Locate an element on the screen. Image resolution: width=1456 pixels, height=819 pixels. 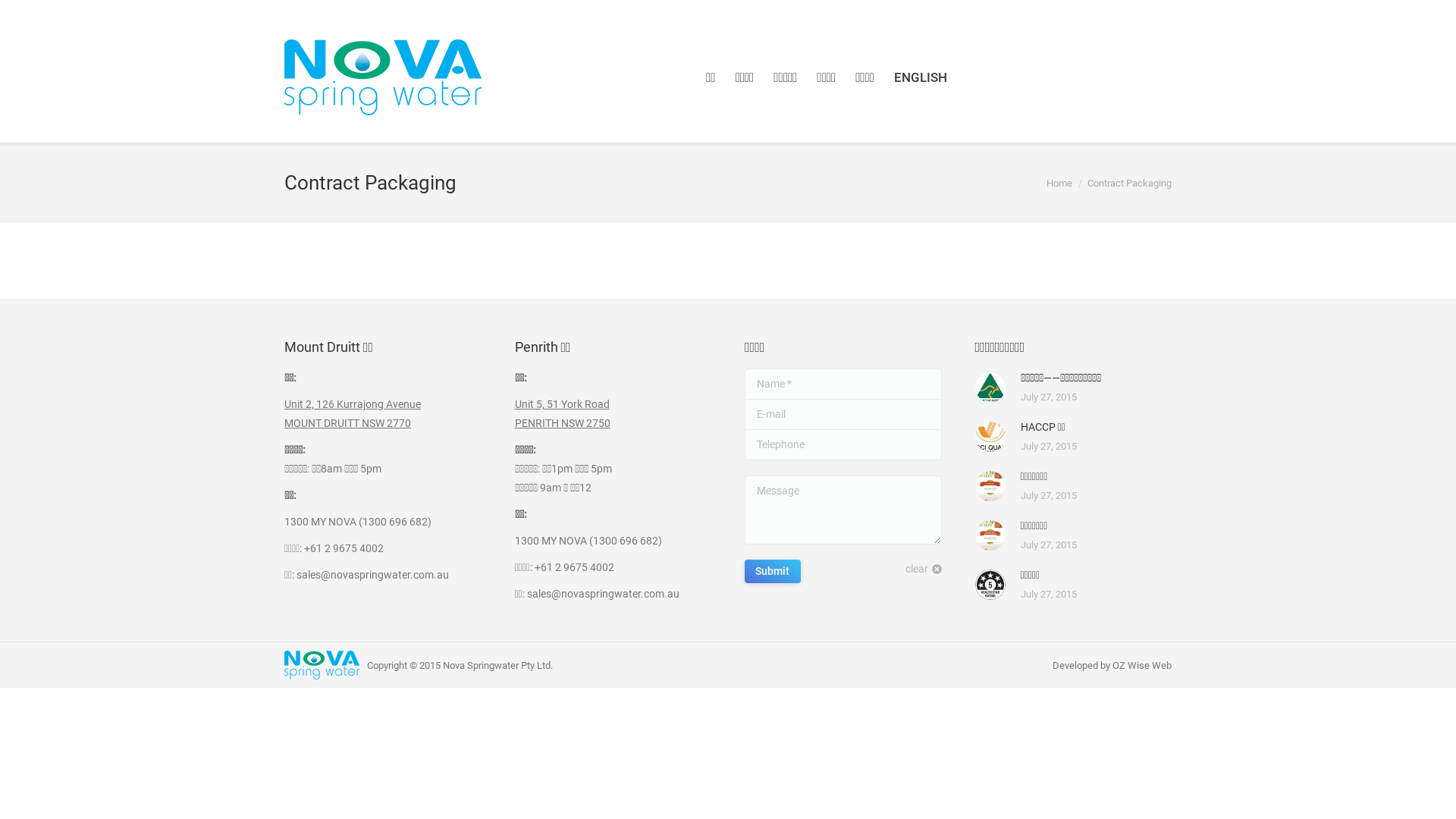
'Home' is located at coordinates (1058, 182).